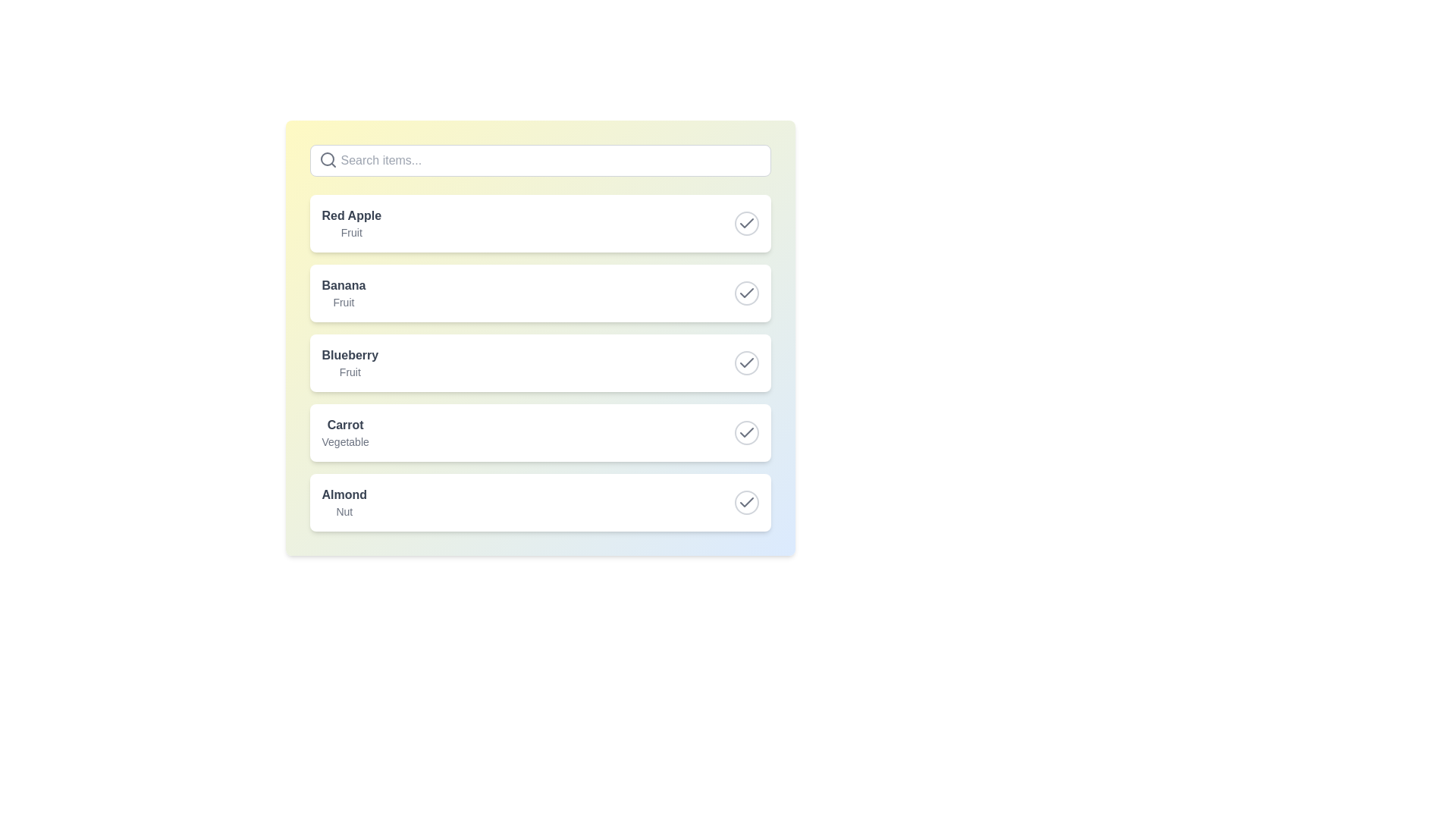 This screenshot has height=819, width=1456. I want to click on the 'Almond' selectable list item, which is the fifth item in the list and categorized as 'Nut', so click(540, 503).